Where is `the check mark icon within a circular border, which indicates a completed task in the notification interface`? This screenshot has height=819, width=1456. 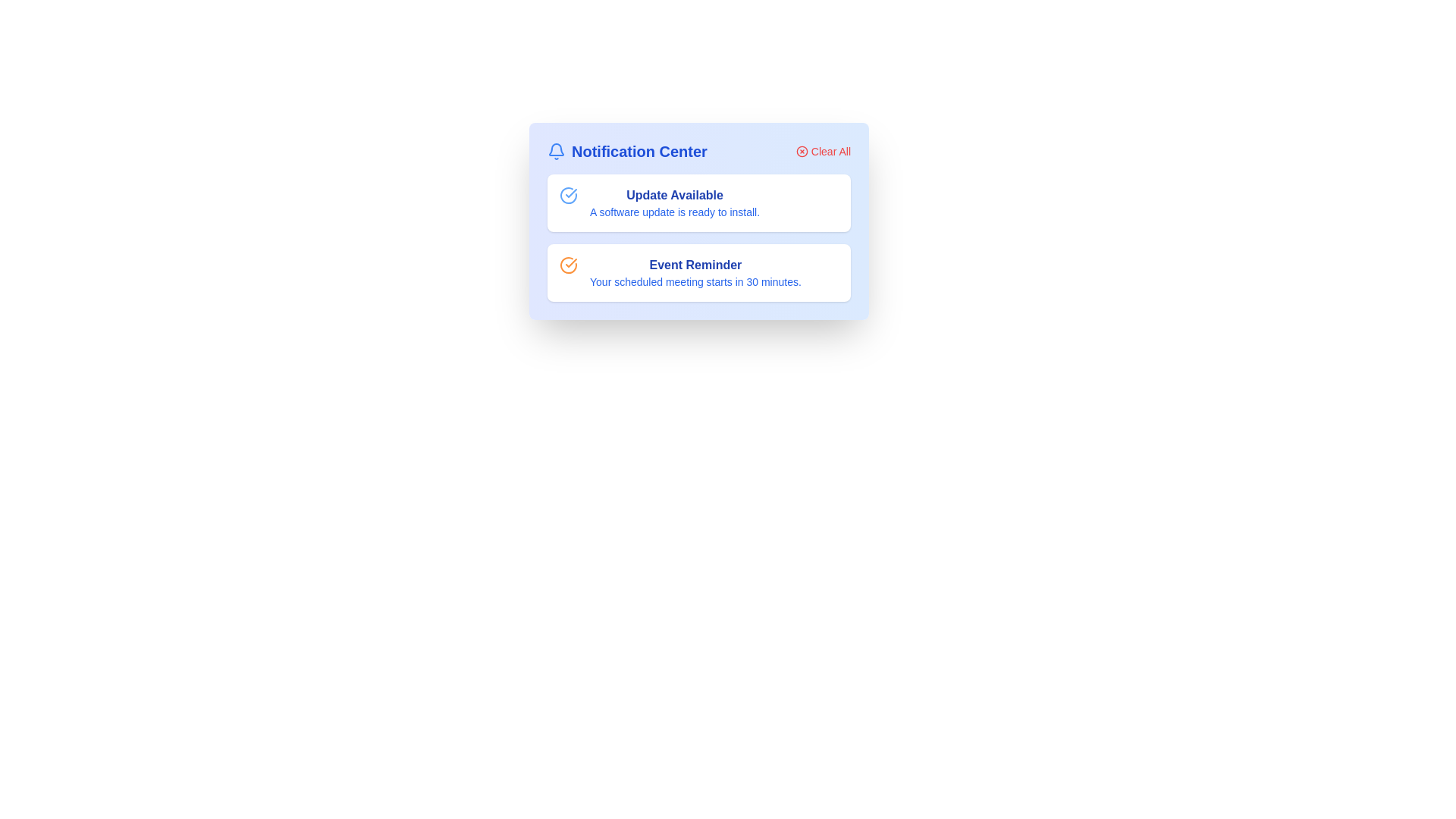 the check mark icon within a circular border, which indicates a completed task in the notification interface is located at coordinates (570, 192).